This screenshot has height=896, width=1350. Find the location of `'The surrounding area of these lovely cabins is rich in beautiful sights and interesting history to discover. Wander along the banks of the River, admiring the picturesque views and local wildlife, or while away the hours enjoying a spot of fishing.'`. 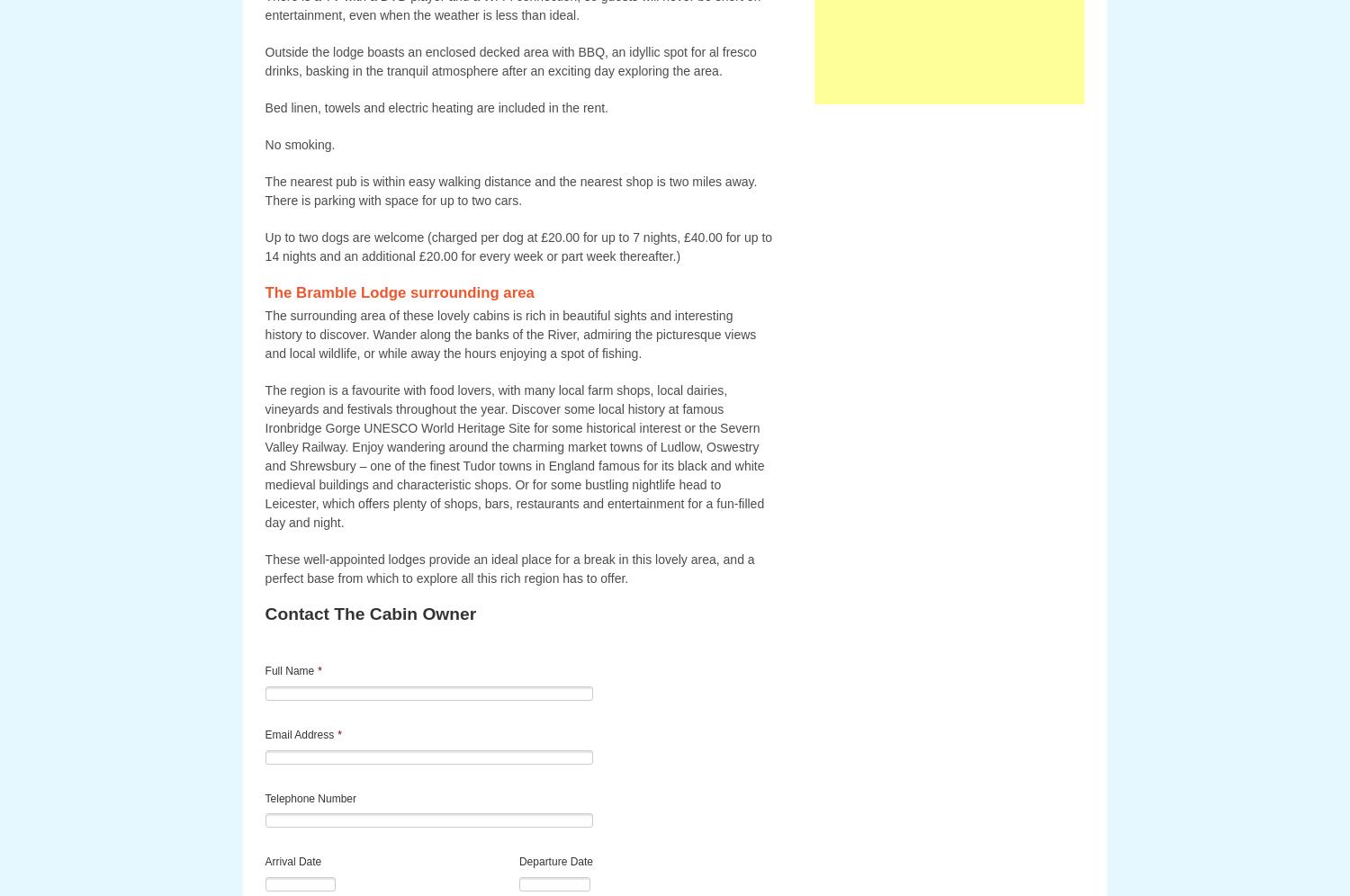

'The surrounding area of these lovely cabins is rich in beautiful sights and interesting history to discover. Wander along the banks of the River, admiring the picturesque views and local wildlife, or while away the hours enjoying a spot of fishing.' is located at coordinates (265, 335).